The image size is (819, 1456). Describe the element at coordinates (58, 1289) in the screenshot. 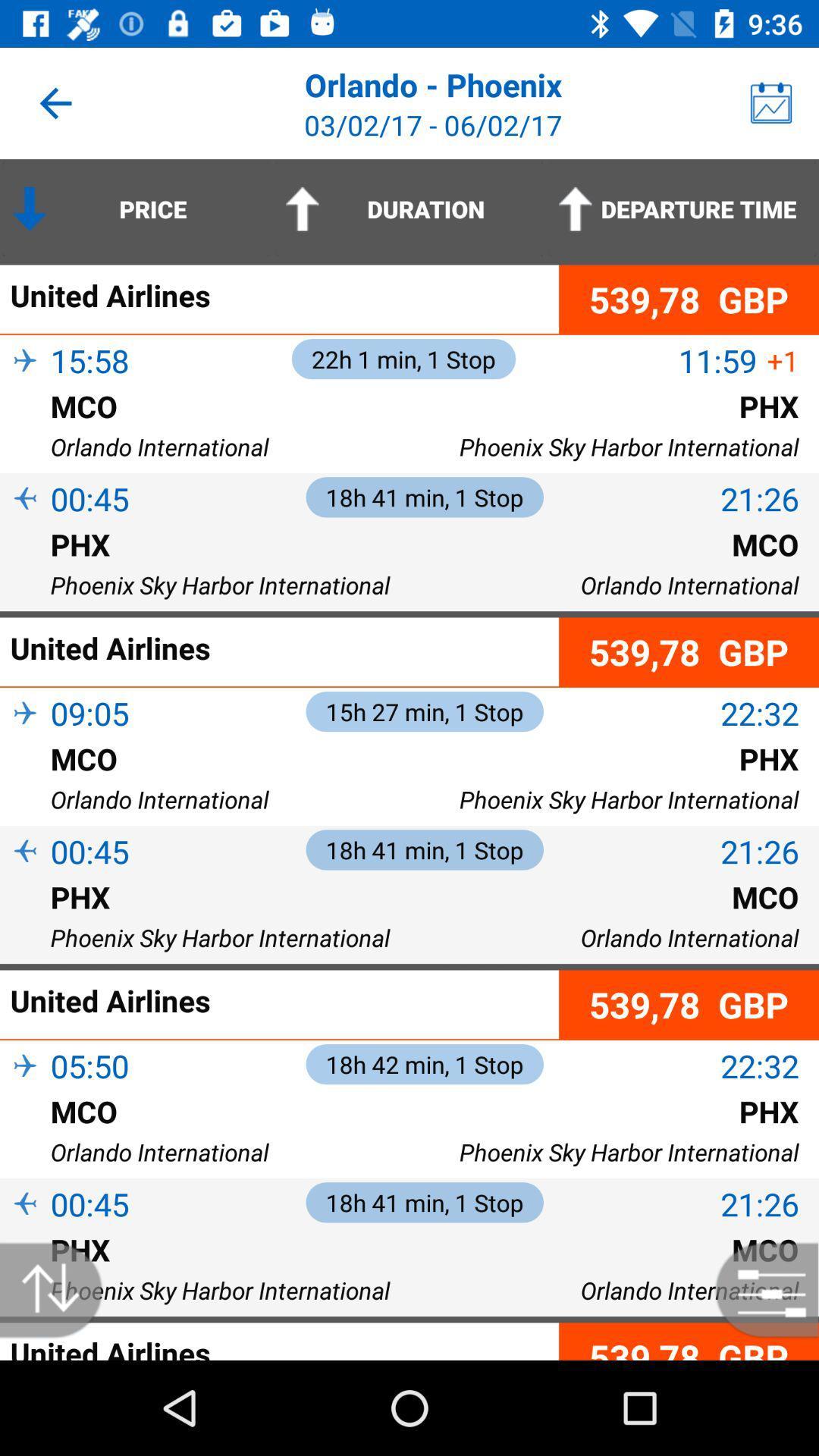

I see `reverse directions` at that location.